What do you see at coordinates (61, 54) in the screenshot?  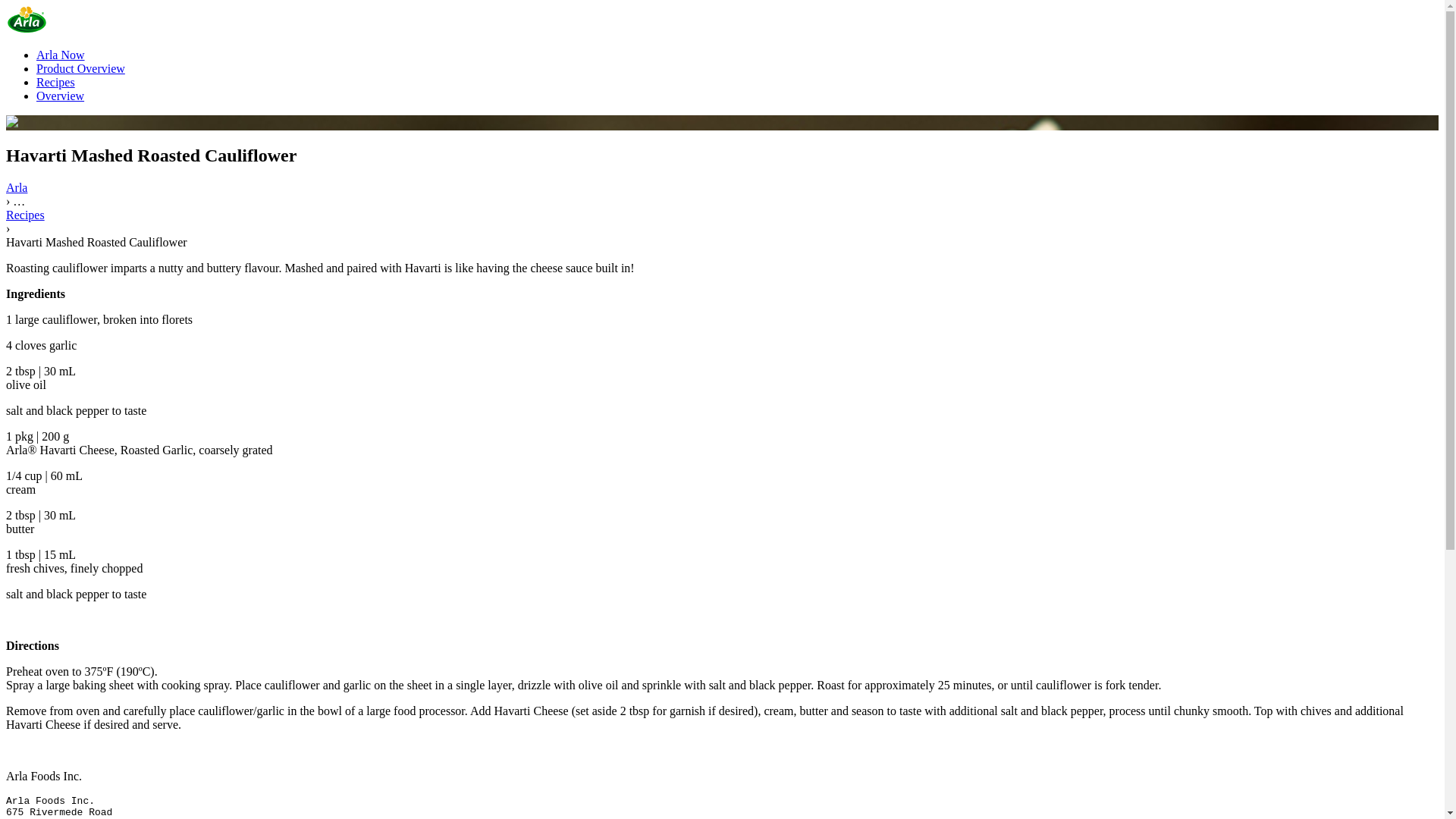 I see `'Arla Now'` at bounding box center [61, 54].